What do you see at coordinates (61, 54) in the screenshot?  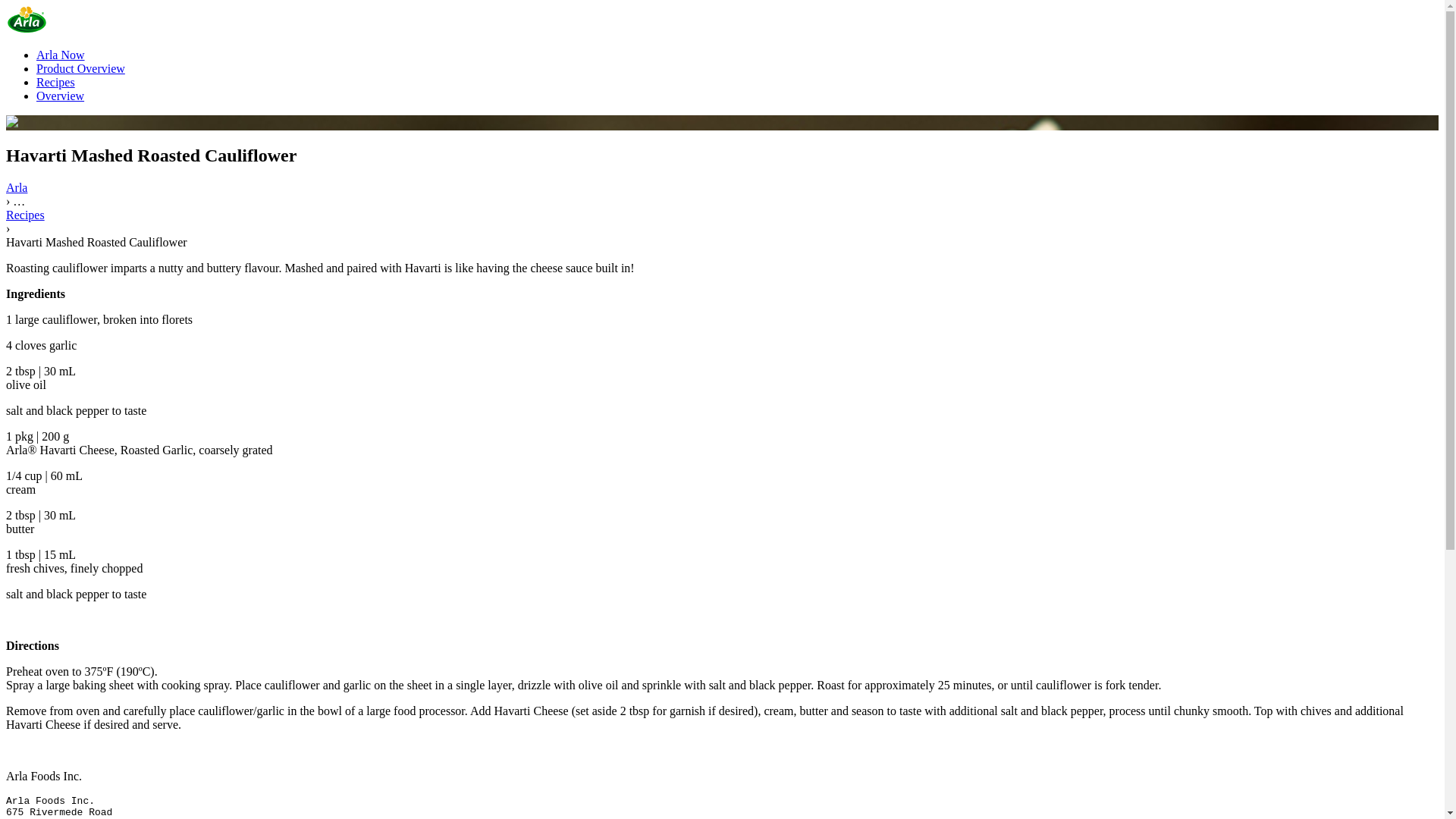 I see `'Arla Now'` at bounding box center [61, 54].